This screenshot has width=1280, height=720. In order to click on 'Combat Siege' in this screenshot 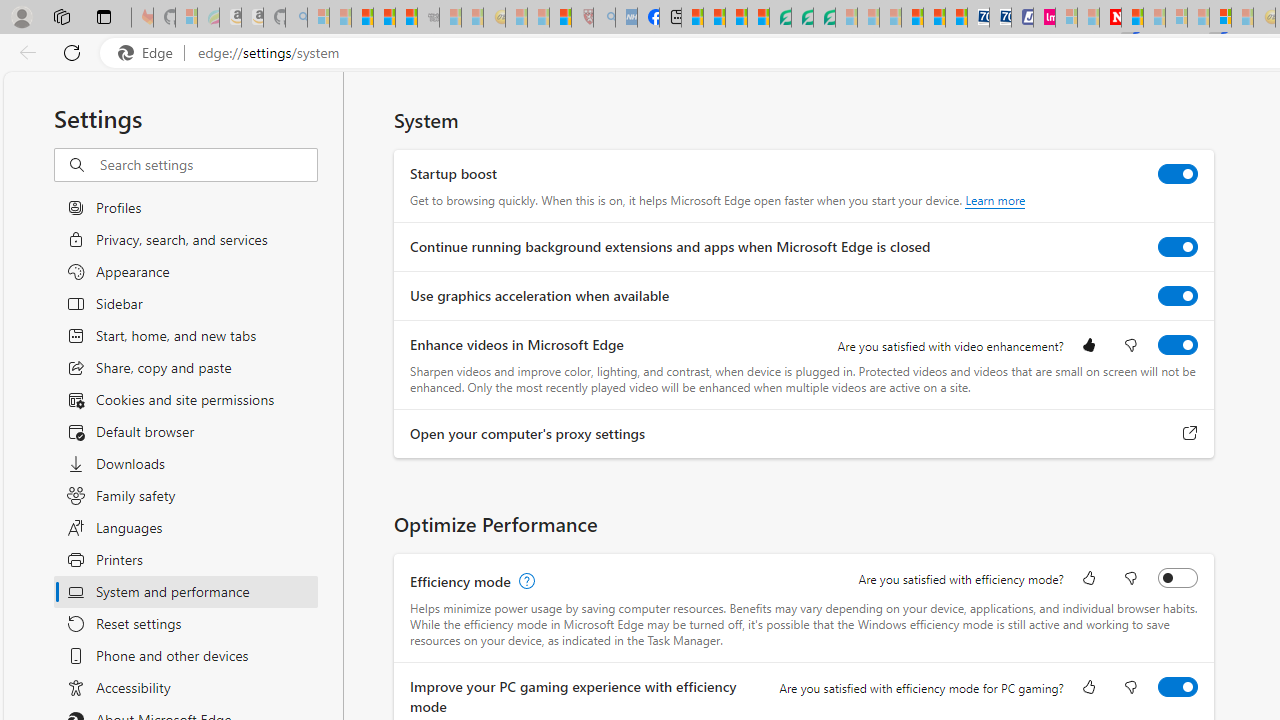, I will do `click(427, 17)`.